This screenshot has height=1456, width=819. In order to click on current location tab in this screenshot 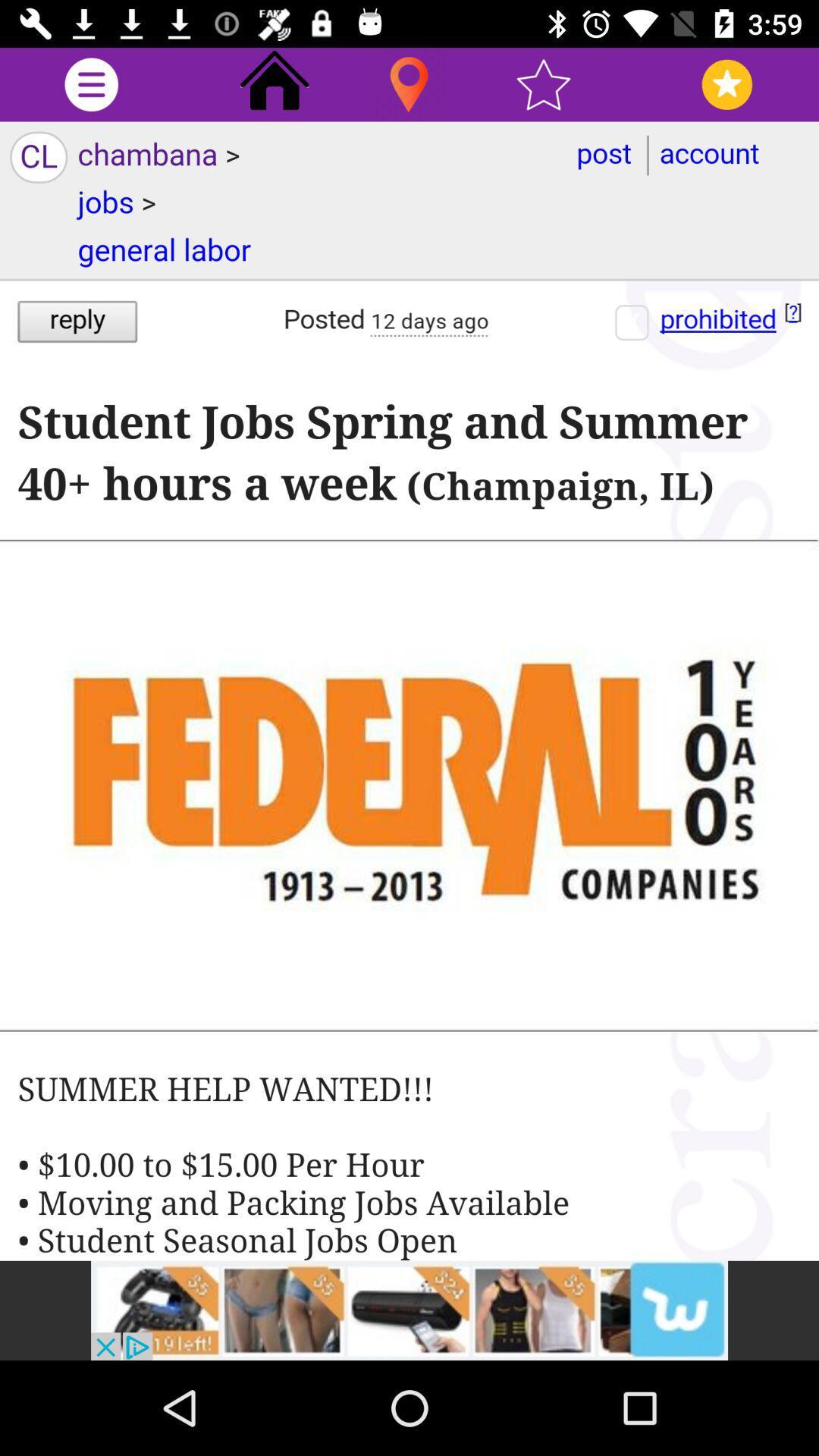, I will do `click(408, 83)`.